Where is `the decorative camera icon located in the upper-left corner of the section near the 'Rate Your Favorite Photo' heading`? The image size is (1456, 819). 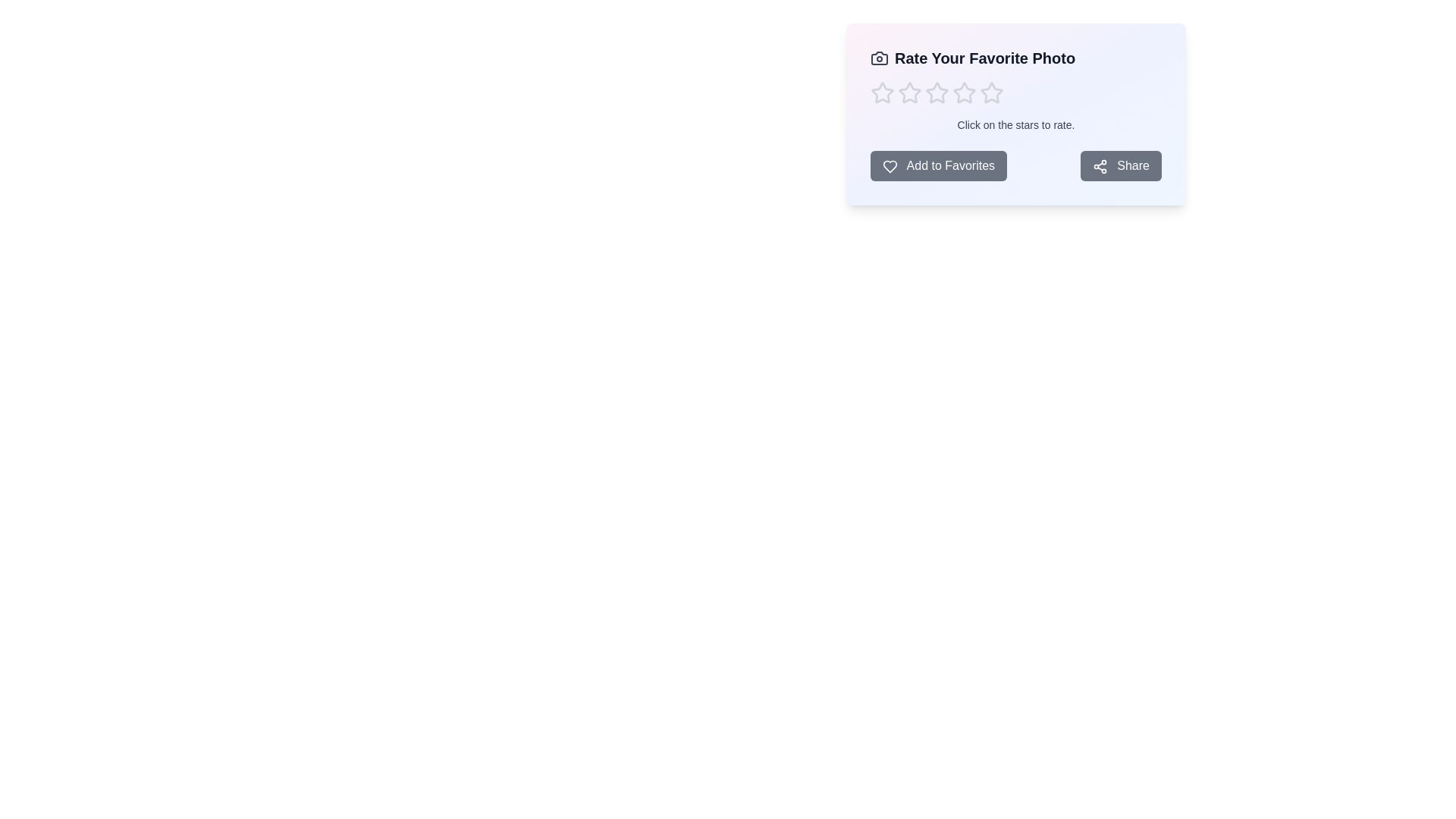 the decorative camera icon located in the upper-left corner of the section near the 'Rate Your Favorite Photo' heading is located at coordinates (880, 58).